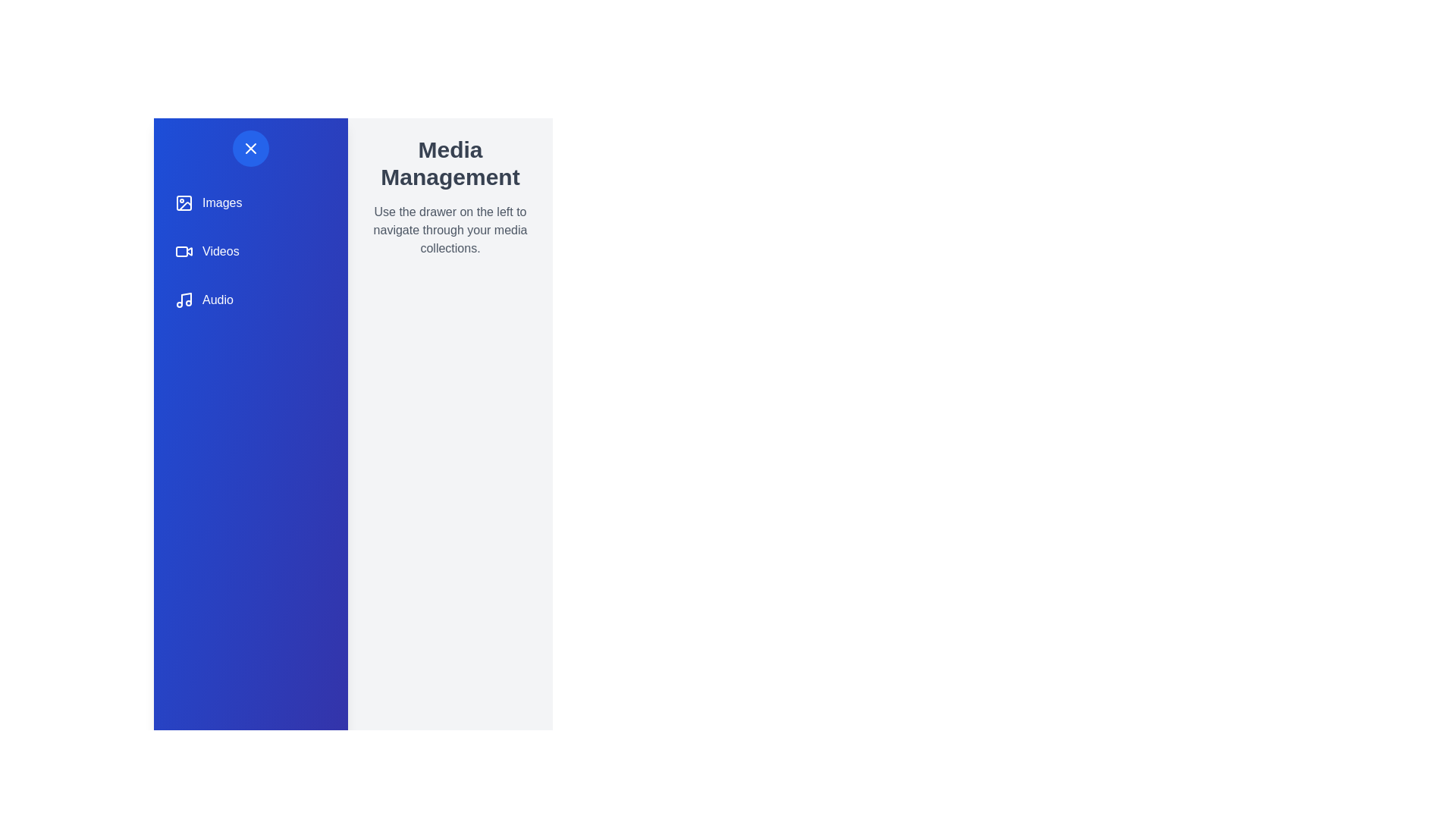 Image resolution: width=1456 pixels, height=819 pixels. What do you see at coordinates (184, 202) in the screenshot?
I see `the icon resembling a picture or image with rounded corners, located within the 'Images' button in the vertical navigation menu on the left` at bounding box center [184, 202].